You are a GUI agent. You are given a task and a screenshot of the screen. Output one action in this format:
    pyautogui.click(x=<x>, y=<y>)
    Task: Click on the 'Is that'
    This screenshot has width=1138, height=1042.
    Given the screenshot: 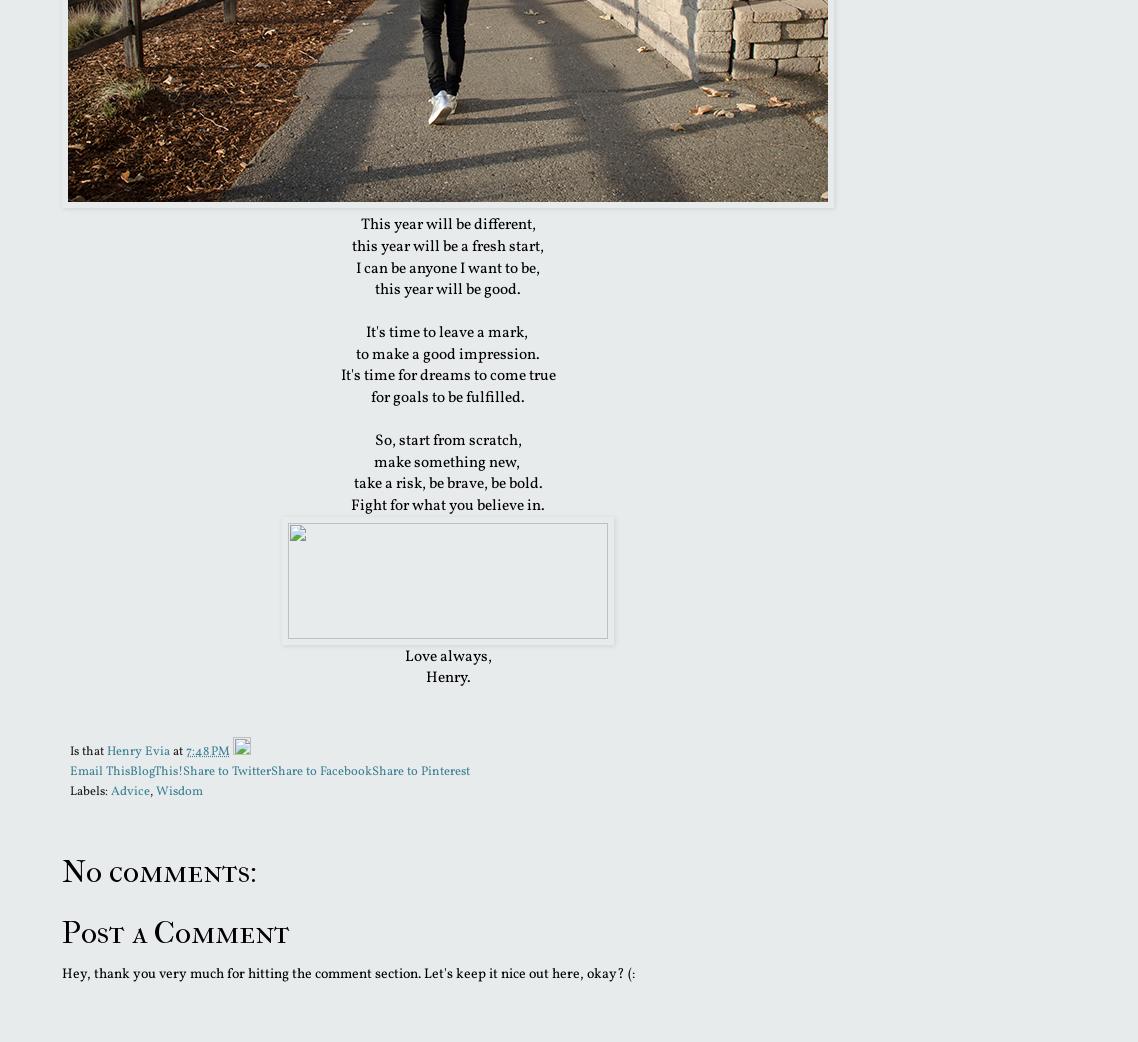 What is the action you would take?
    pyautogui.click(x=87, y=749)
    